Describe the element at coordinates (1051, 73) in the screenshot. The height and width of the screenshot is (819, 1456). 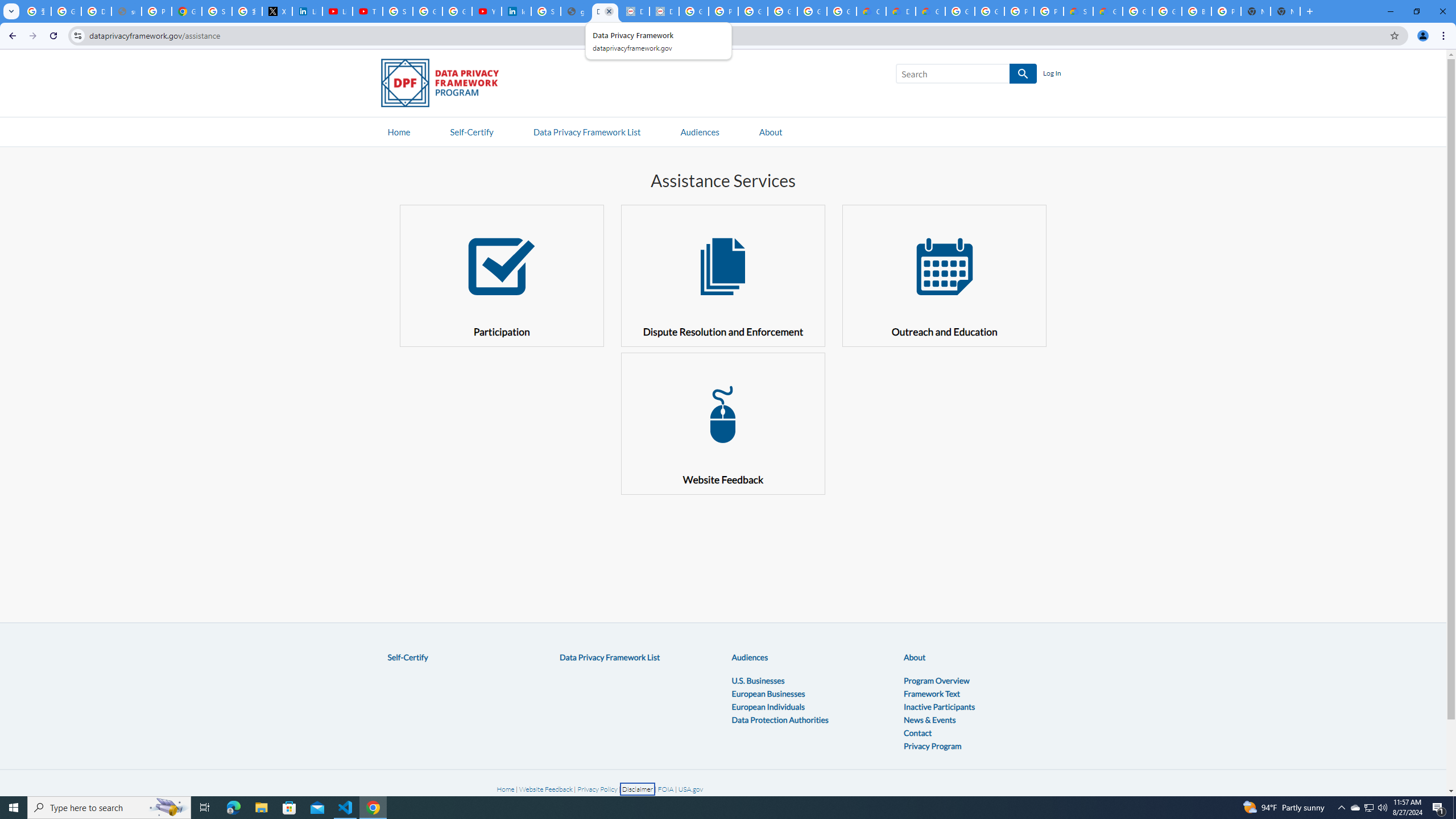
I see `'Log In'` at that location.